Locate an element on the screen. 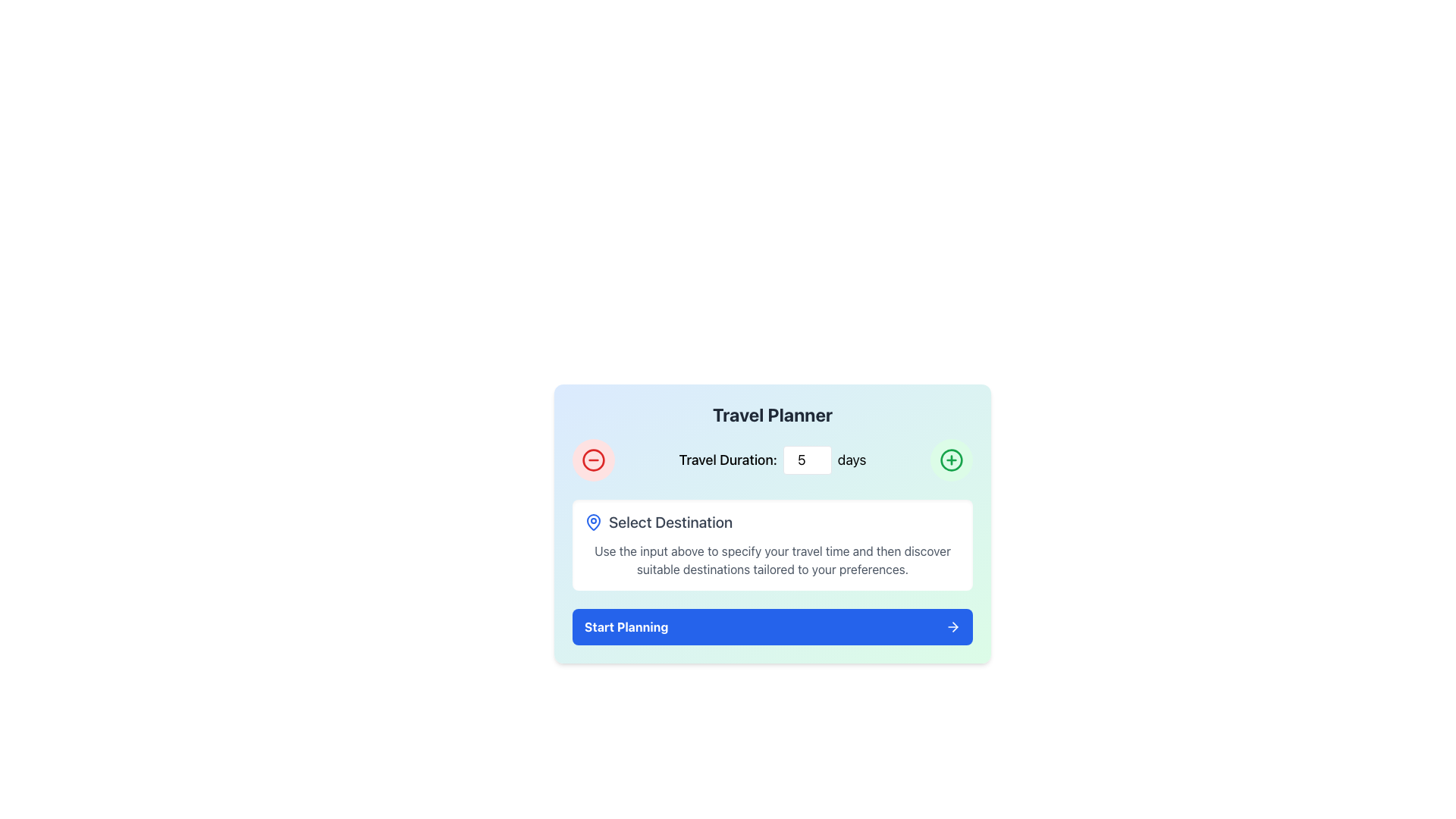 Image resolution: width=1456 pixels, height=819 pixels. the blue rectangular button containing the text label that initiates the planning process, located near the bottom of the interface is located at coordinates (626, 626).